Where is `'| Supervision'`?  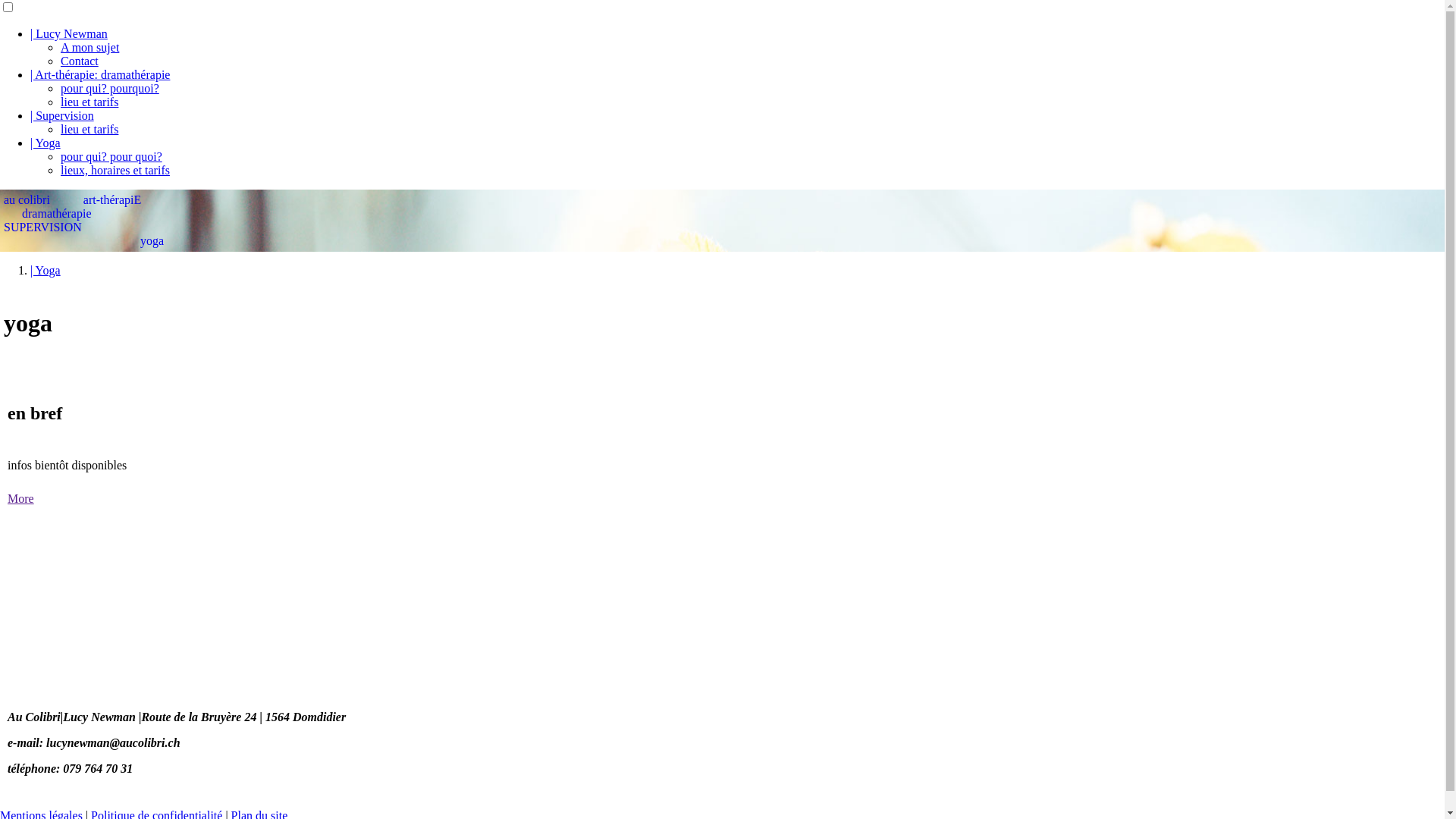 '| Supervision' is located at coordinates (30, 115).